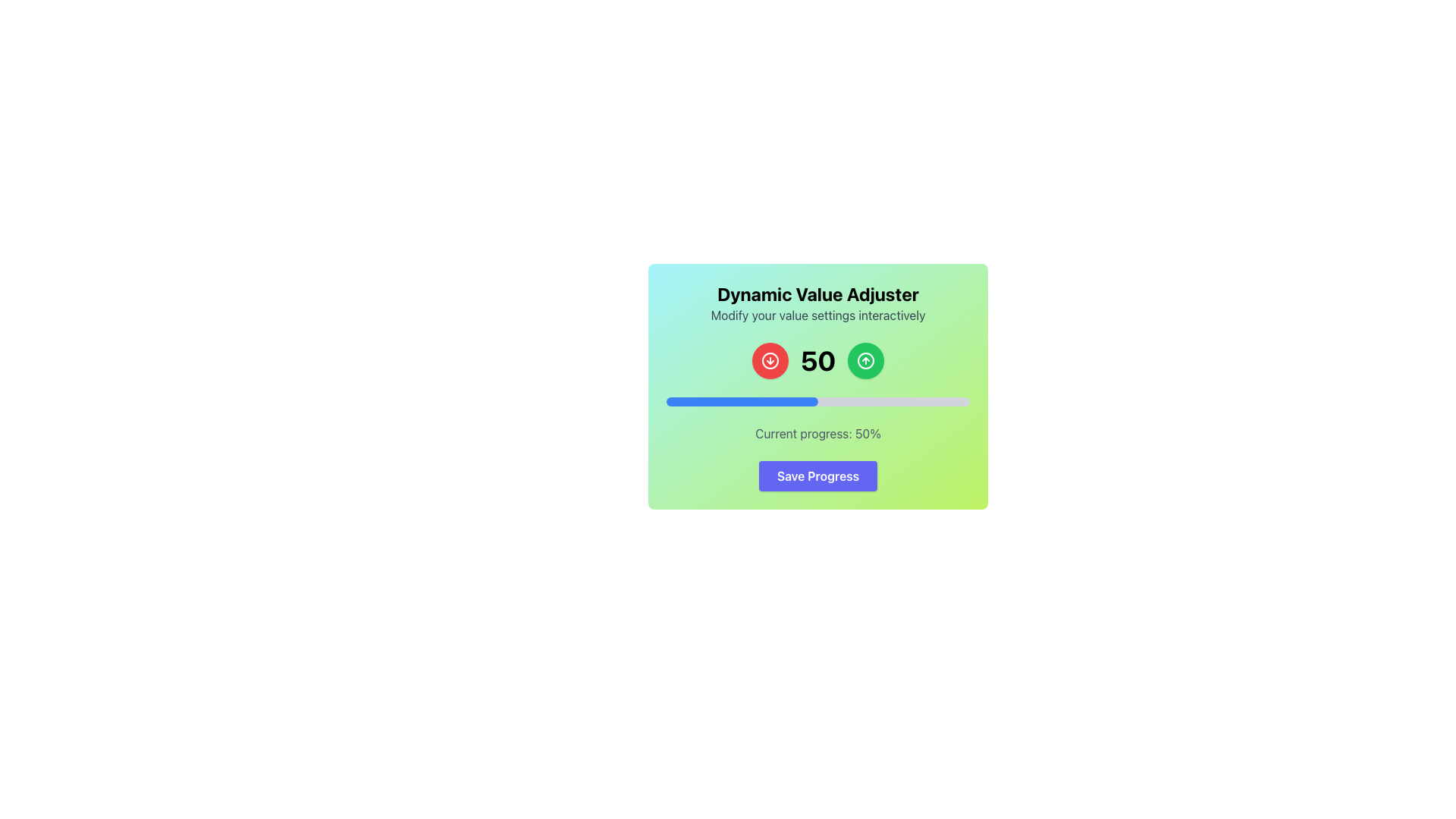 Image resolution: width=1456 pixels, height=819 pixels. I want to click on the Text Label displaying the current progress at 50%, located below the progress bar and above the 'Save Progress' button, so click(817, 433).